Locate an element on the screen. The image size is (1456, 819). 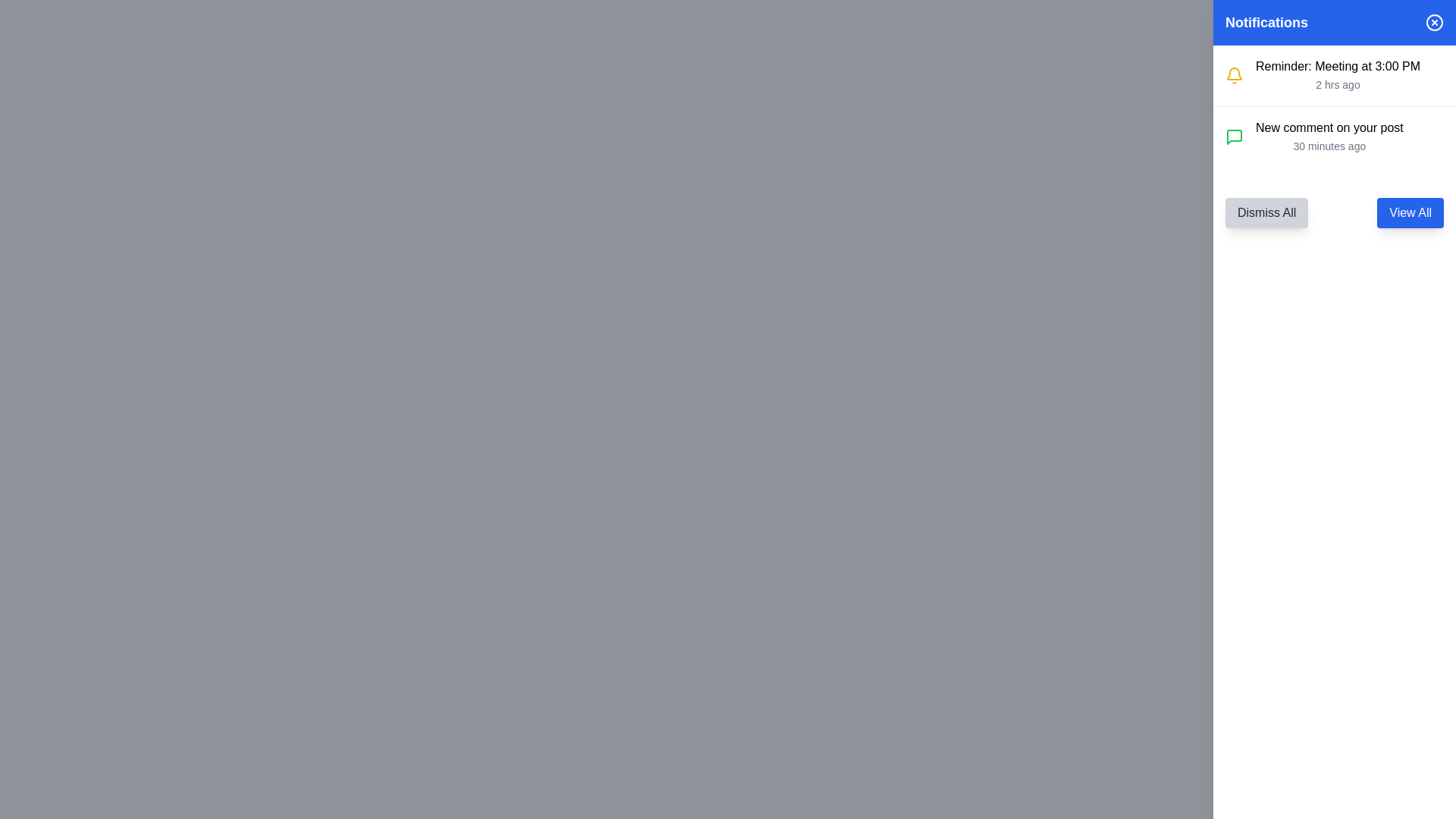
second notification about a new comment on the user's post, which is positioned below the 'Reminder: Meeting at 3:00 PM' notification and features a green speech bubble icon is located at coordinates (1329, 137).